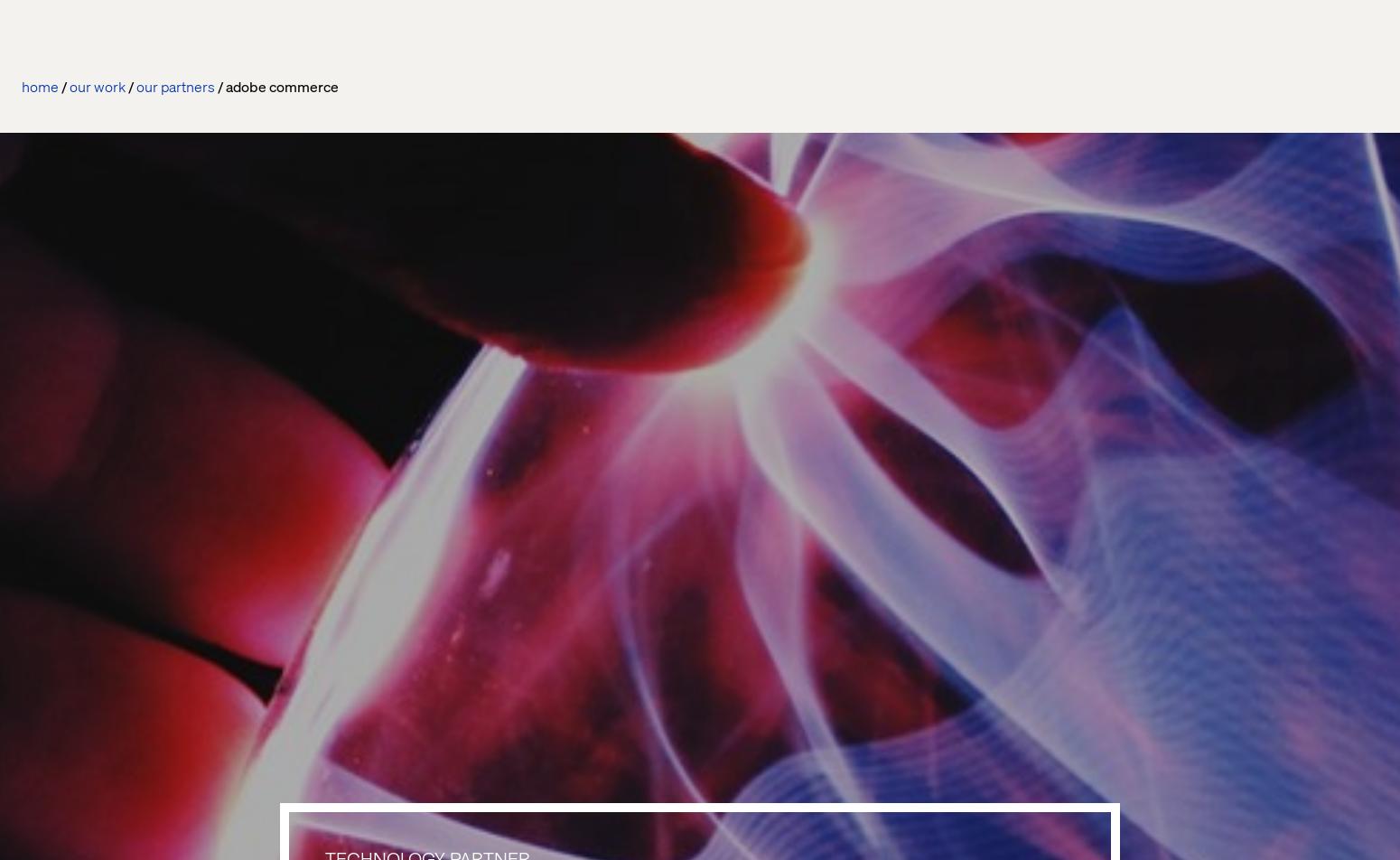 This screenshot has height=860, width=1400. Describe the element at coordinates (44, 745) in the screenshot. I see `'Toyota'` at that location.